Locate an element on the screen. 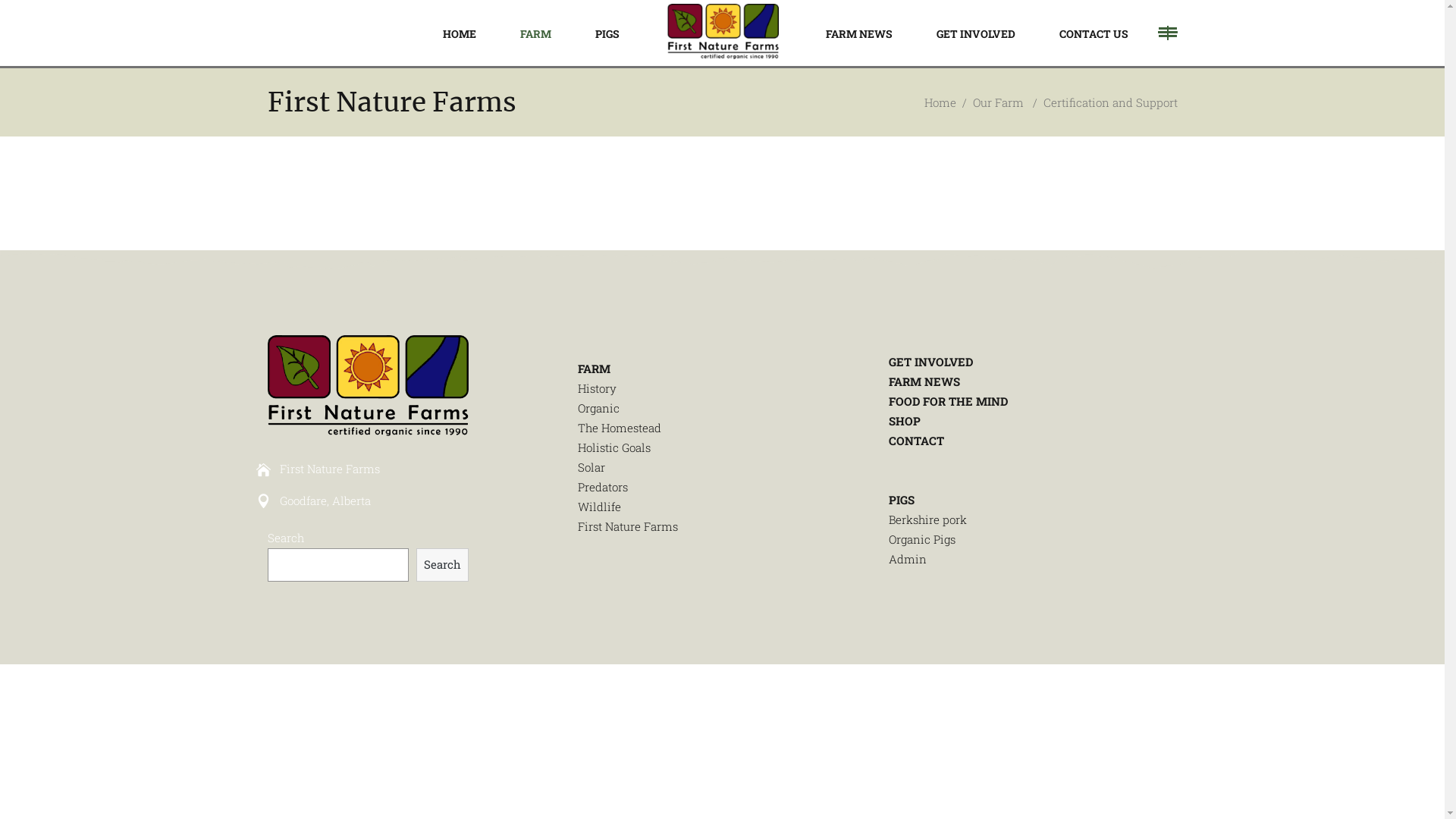 Image resolution: width=1456 pixels, height=819 pixels. 'FARM NEWS' is located at coordinates (858, 33).